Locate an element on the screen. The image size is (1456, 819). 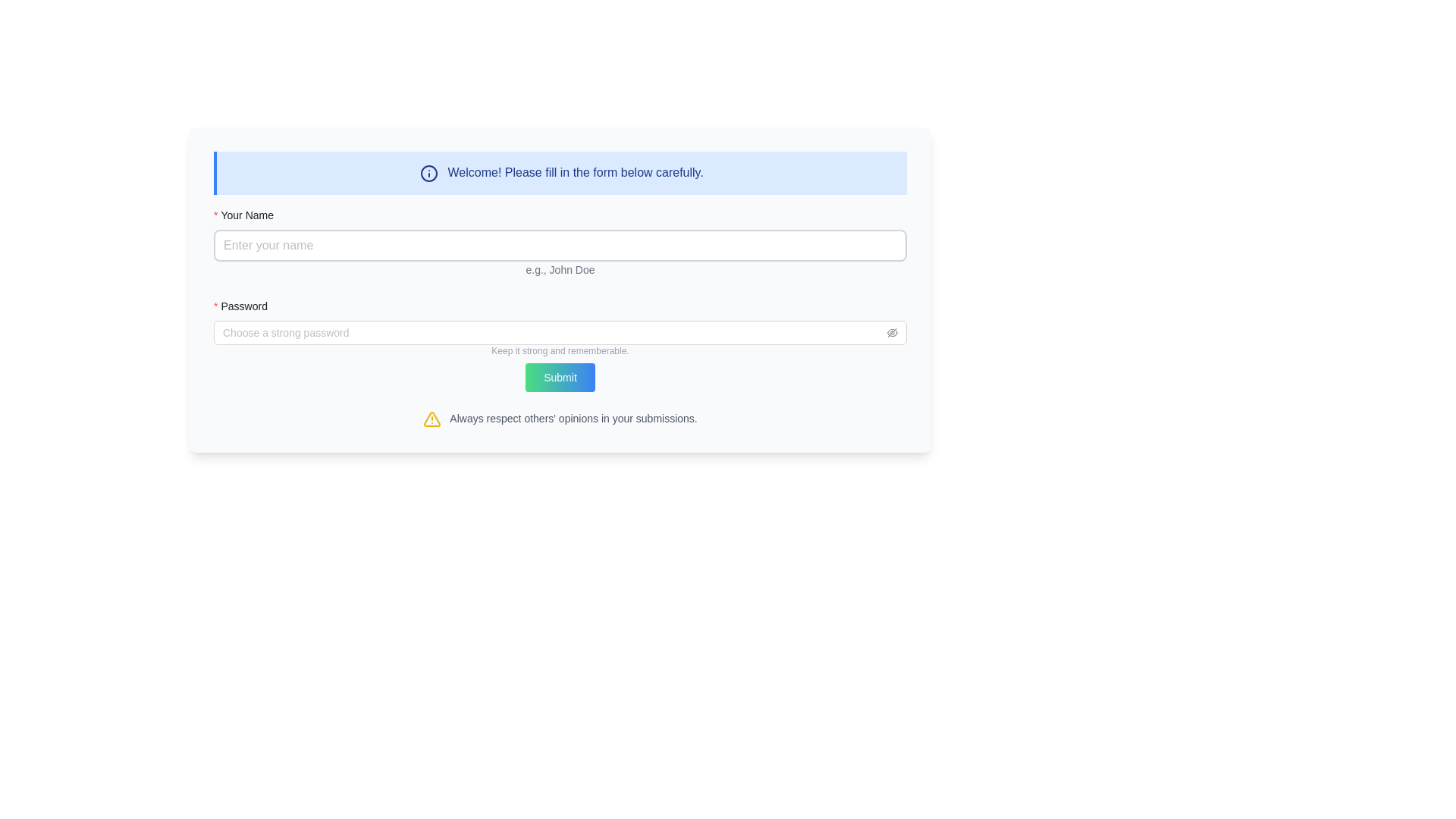
the informational message with the text 'Always respect others' opinions in your submissions.' that includes a yellow alert icon on the left is located at coordinates (560, 418).